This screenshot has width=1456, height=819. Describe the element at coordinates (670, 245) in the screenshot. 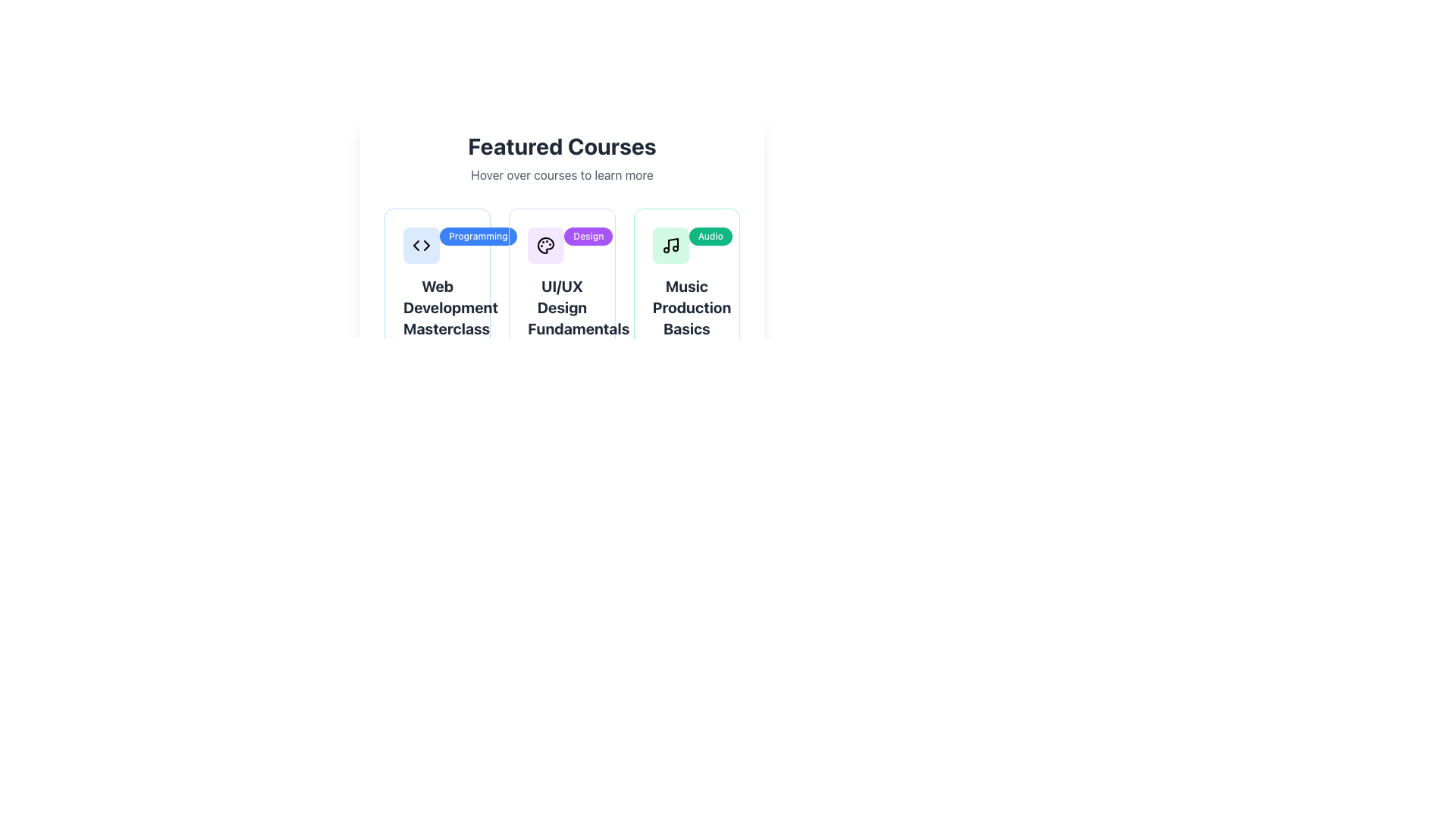

I see `the musical note icon located in the 'Featured Courses' section, specifically for the 'Music Production Basics' course, to understand its context` at that location.